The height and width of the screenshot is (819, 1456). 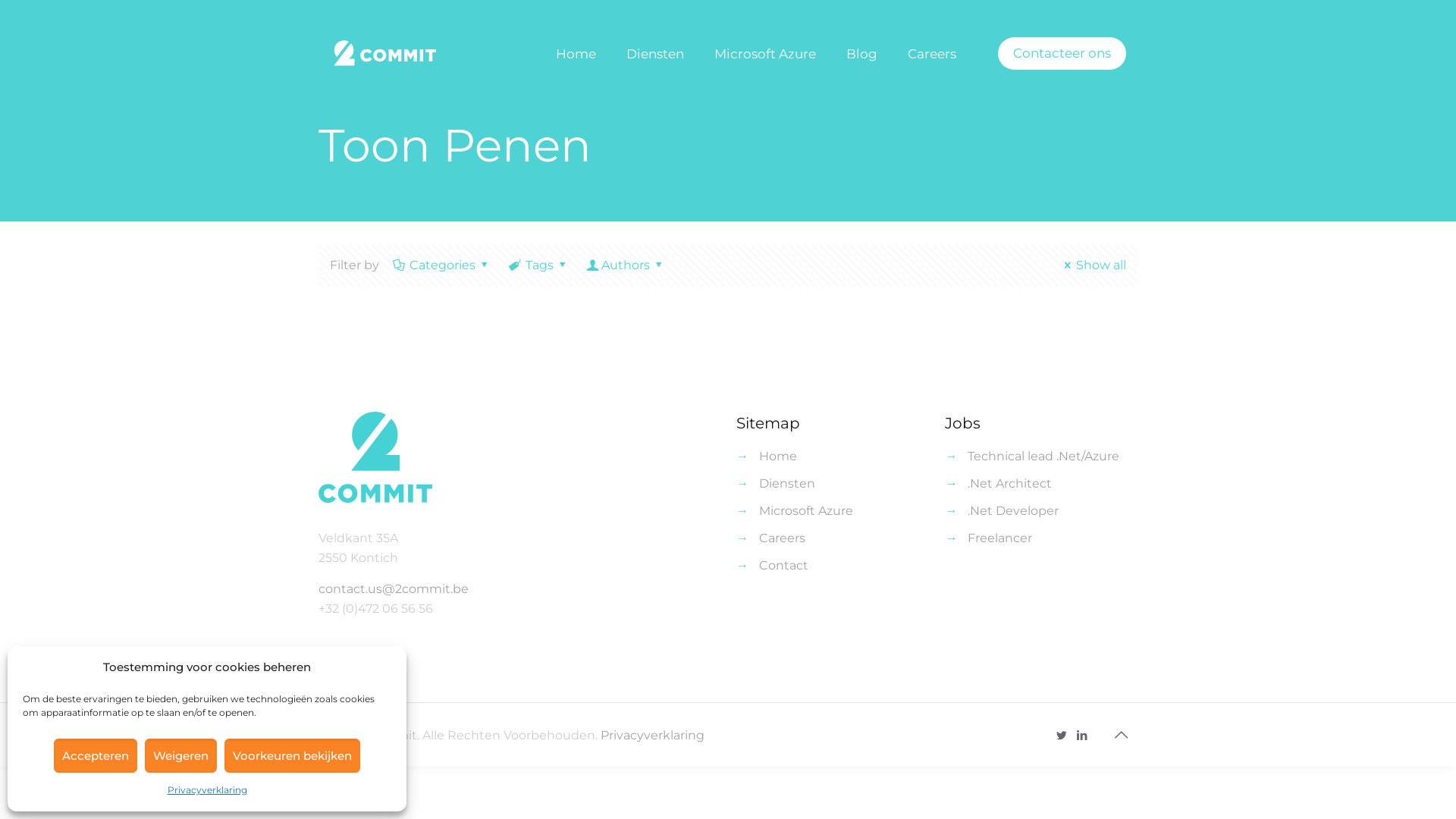 What do you see at coordinates (861, 52) in the screenshot?
I see `'Blog'` at bounding box center [861, 52].